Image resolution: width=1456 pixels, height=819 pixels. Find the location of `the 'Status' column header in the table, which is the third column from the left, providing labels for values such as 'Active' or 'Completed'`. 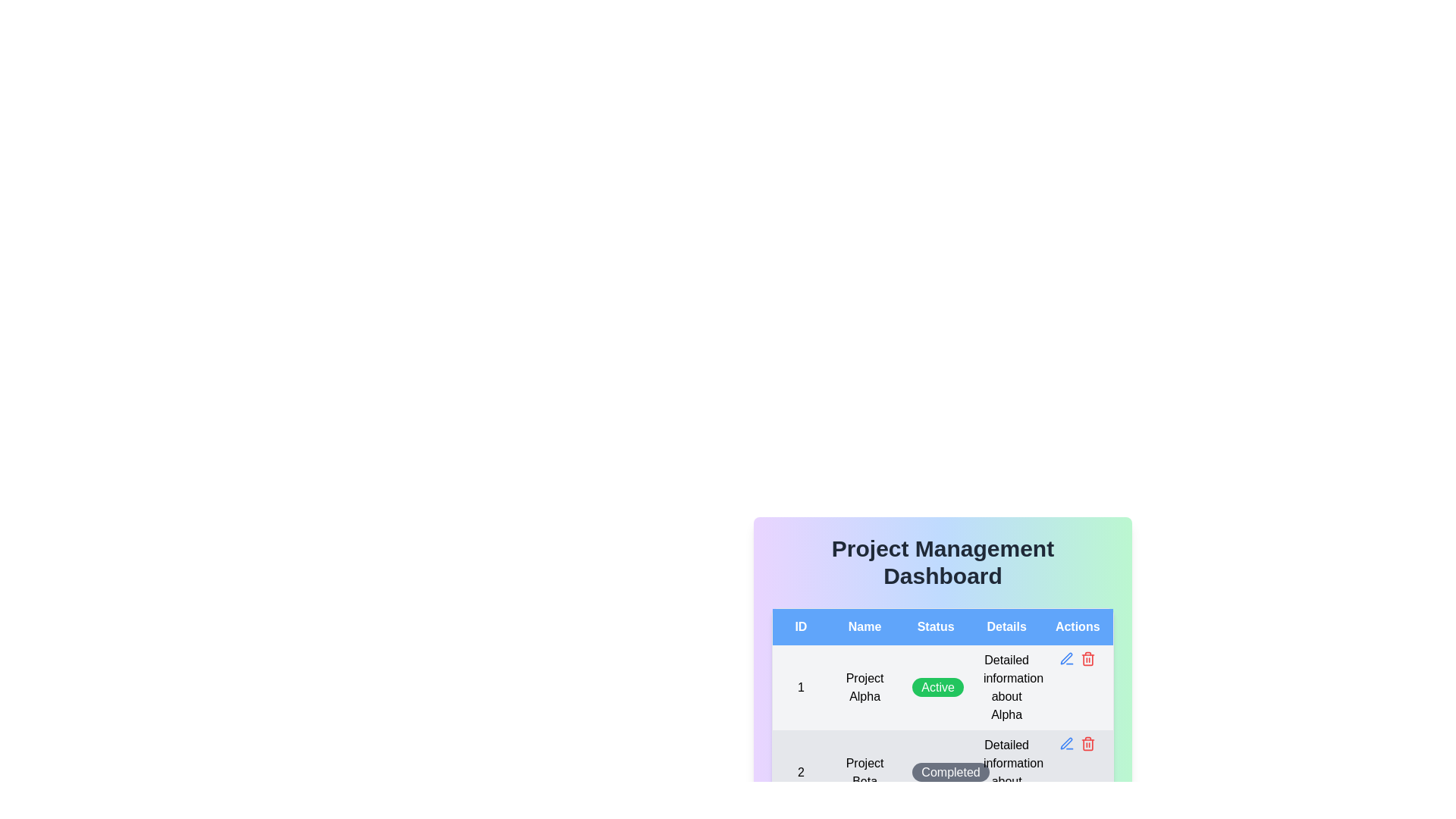

the 'Status' column header in the table, which is the third column from the left, providing labels for values such as 'Active' or 'Completed' is located at coordinates (942, 640).